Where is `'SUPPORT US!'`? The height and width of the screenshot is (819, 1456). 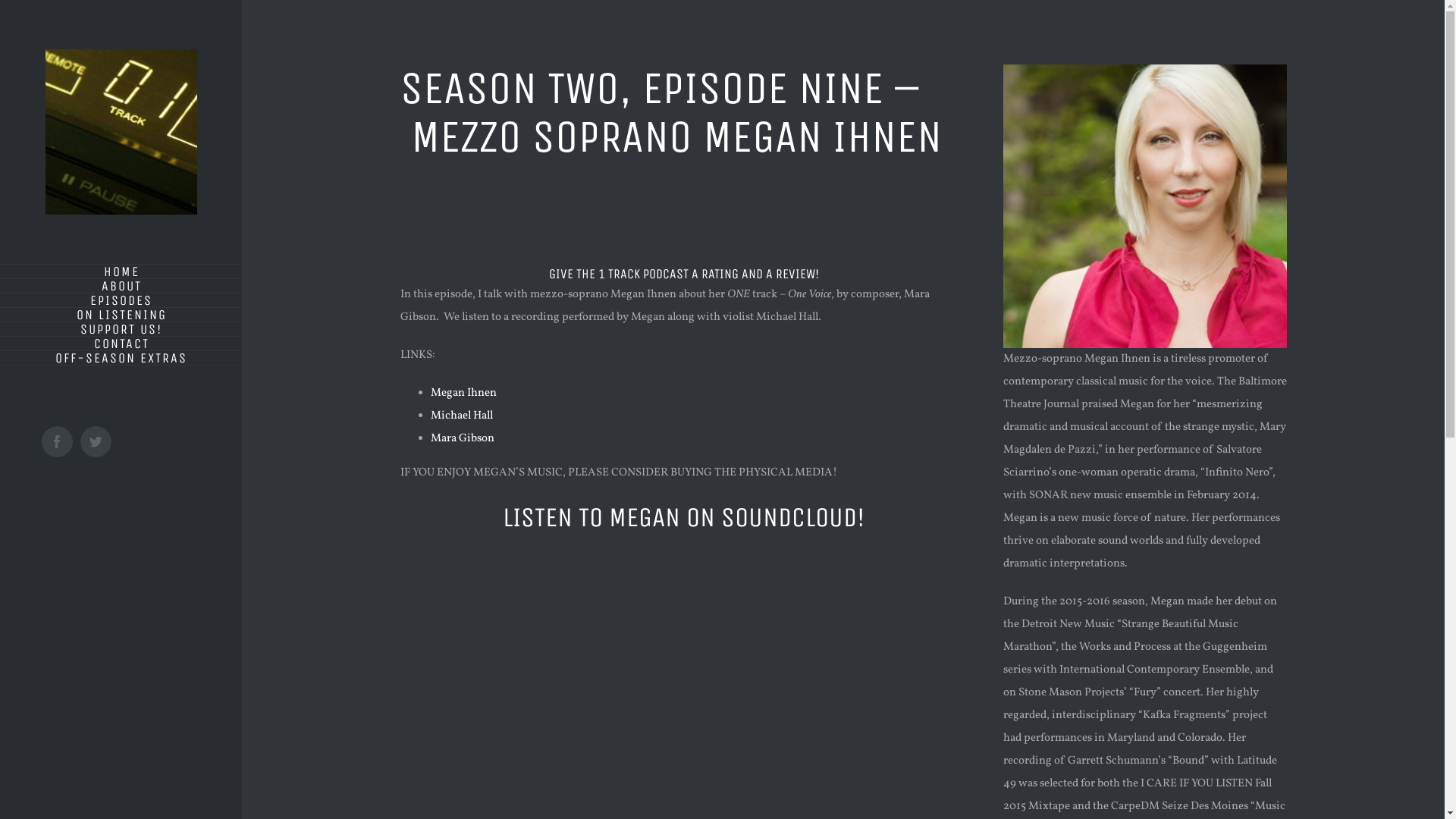 'SUPPORT US!' is located at coordinates (120, 328).